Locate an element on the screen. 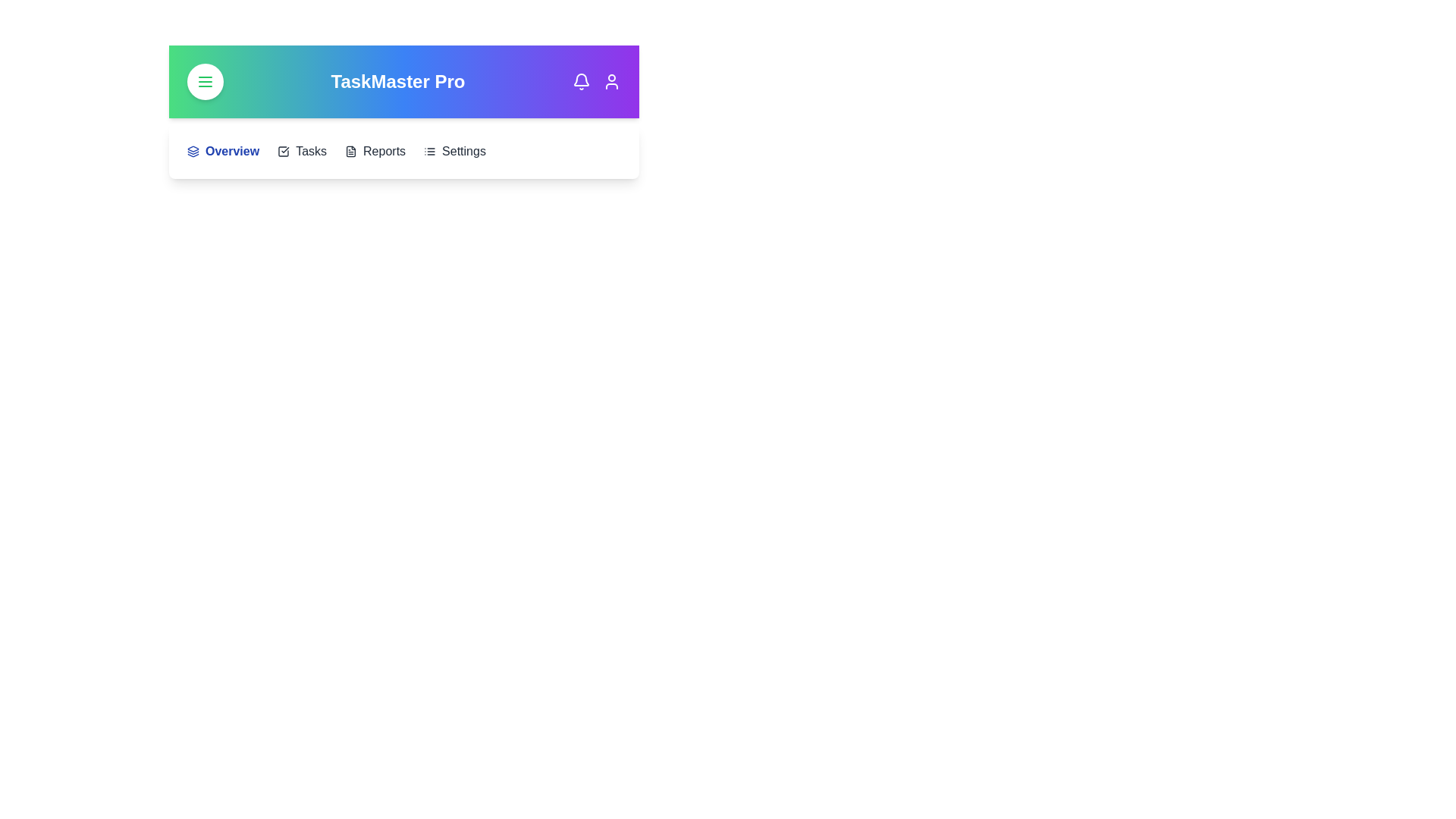  the notification icon to view notifications is located at coordinates (581, 82).